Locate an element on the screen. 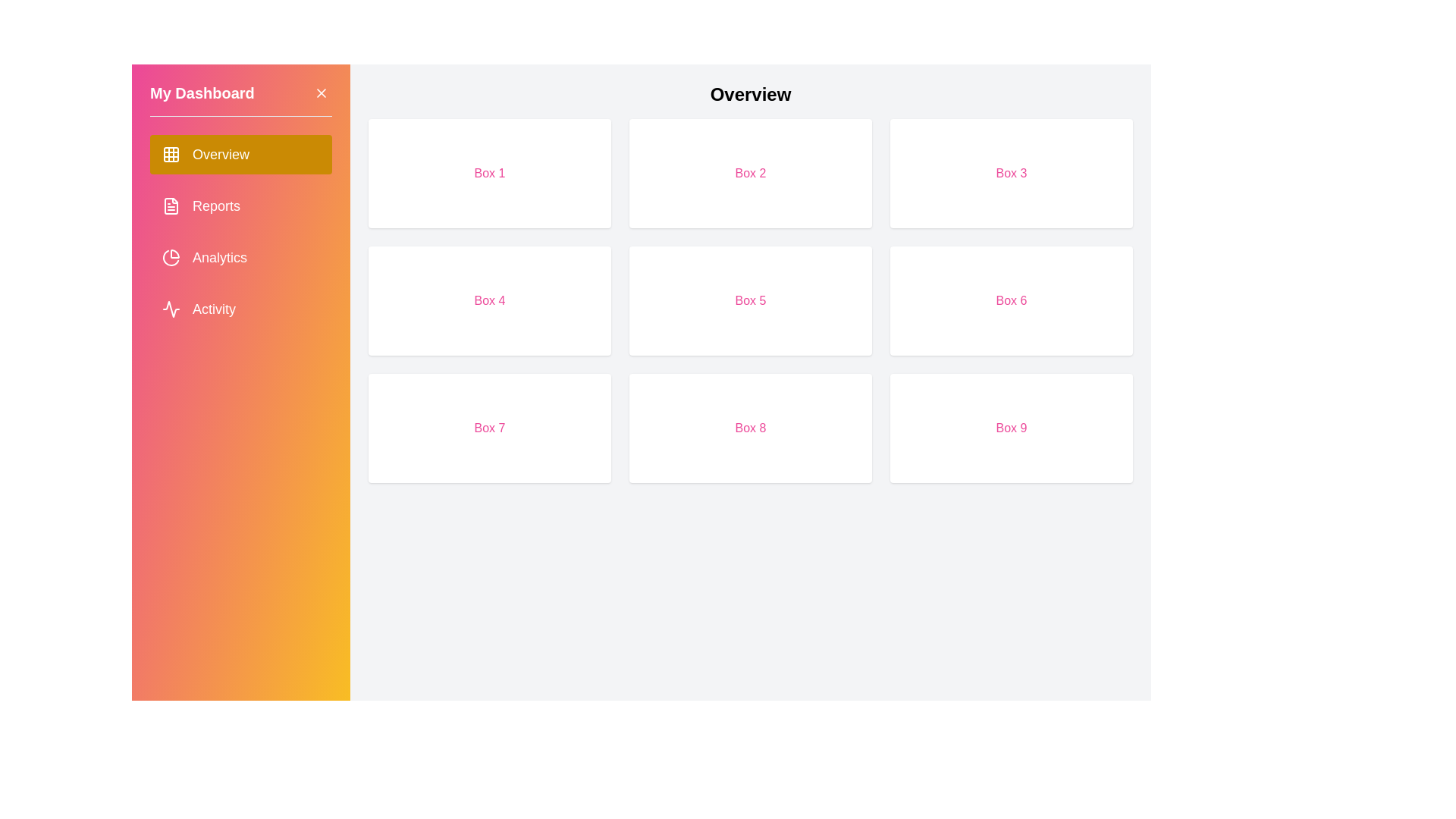  the sidebar item Activity to observe its visual change is located at coordinates (240, 309).